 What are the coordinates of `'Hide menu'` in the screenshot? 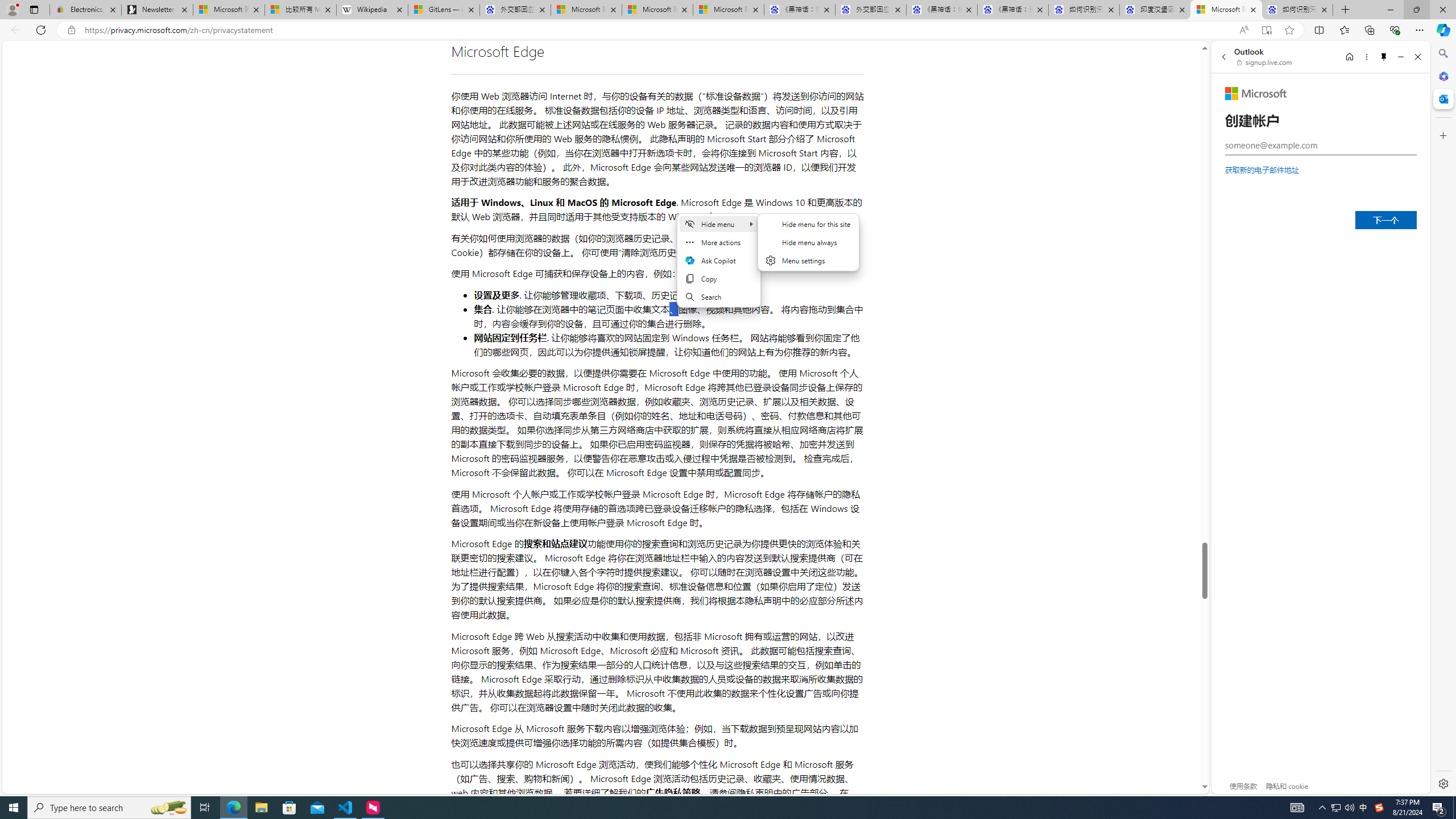 It's located at (809, 242).